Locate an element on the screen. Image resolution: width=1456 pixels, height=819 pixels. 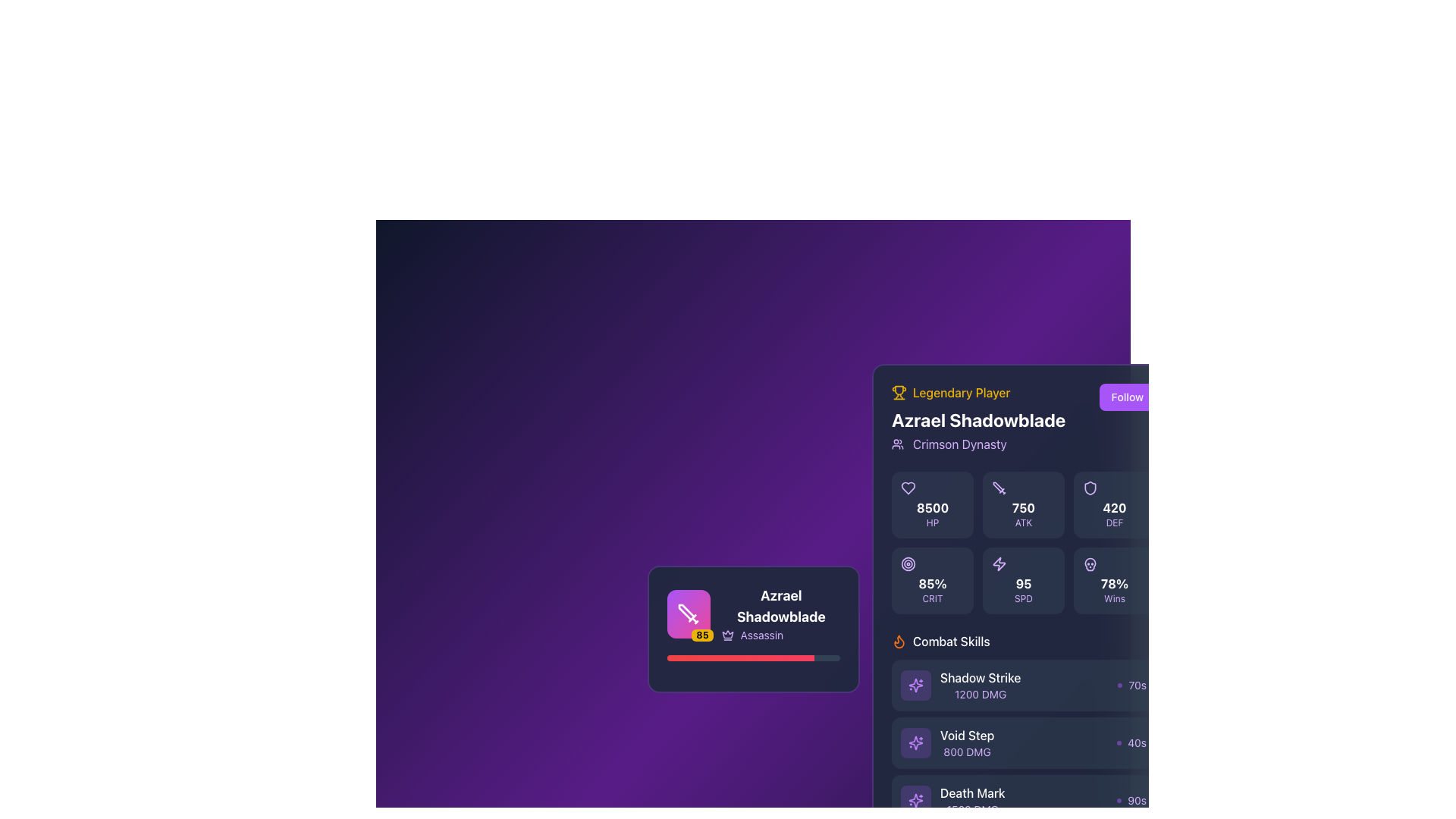
the text label indicating the class or role associated with 'Azrael Shadowblade', which is located beneath the title text within the profile card is located at coordinates (780, 635).